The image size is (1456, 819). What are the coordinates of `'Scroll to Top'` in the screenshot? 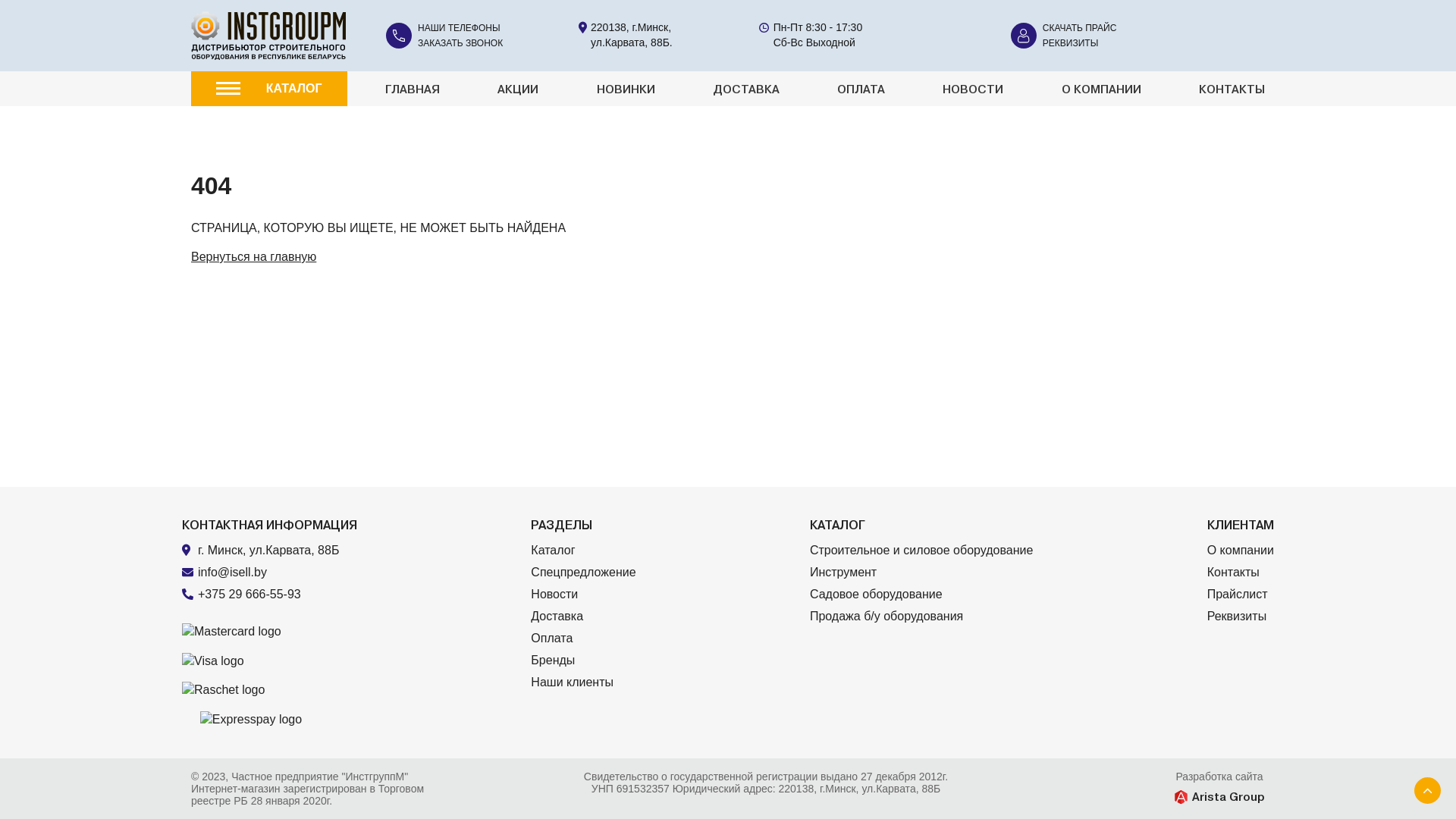 It's located at (1426, 789).